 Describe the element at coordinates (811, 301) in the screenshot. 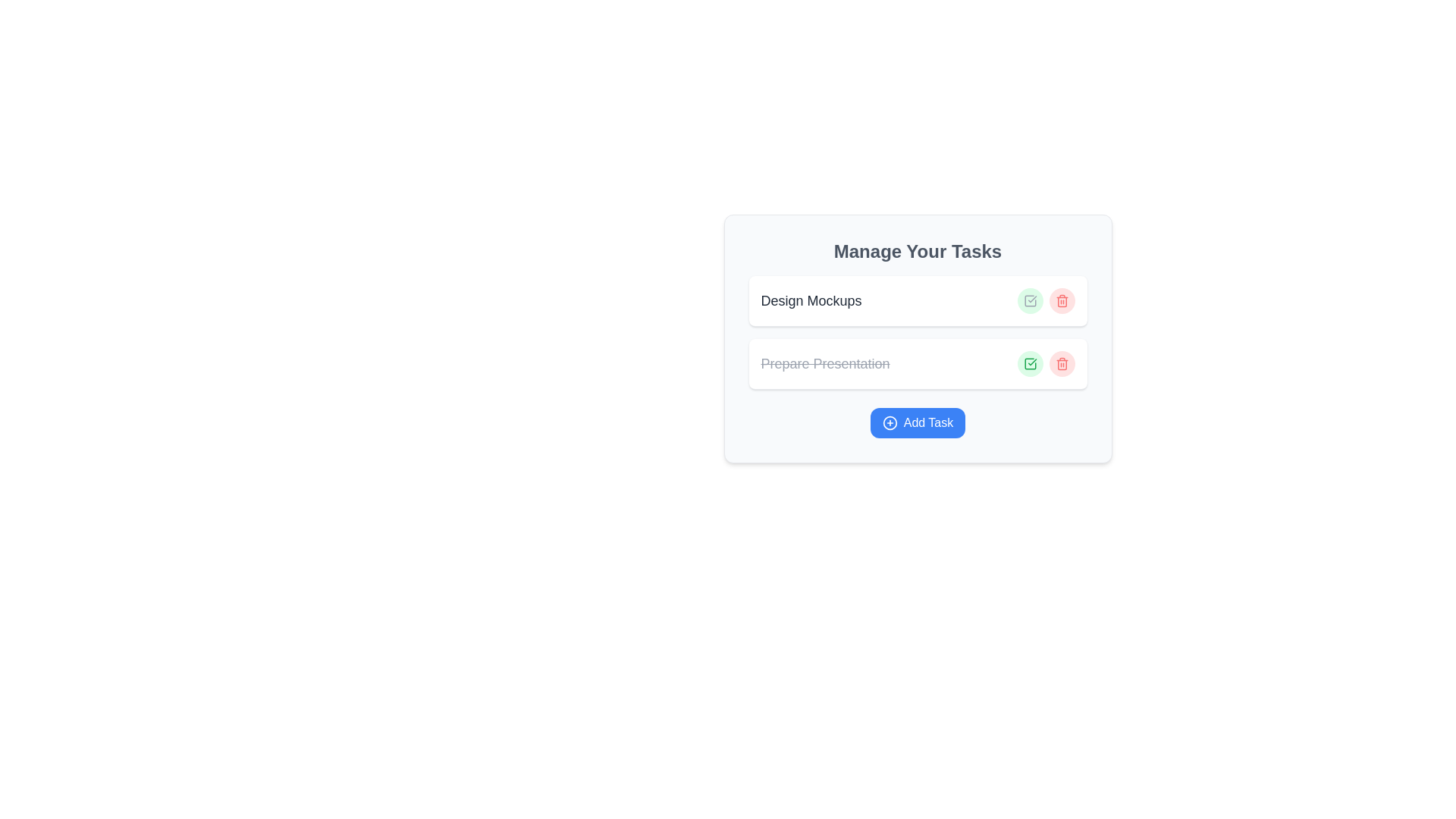

I see `the 'Design Mockups' text label, which is styled in a medium-sized bold font and located next to a green checkmark and a red trash can icon` at that location.